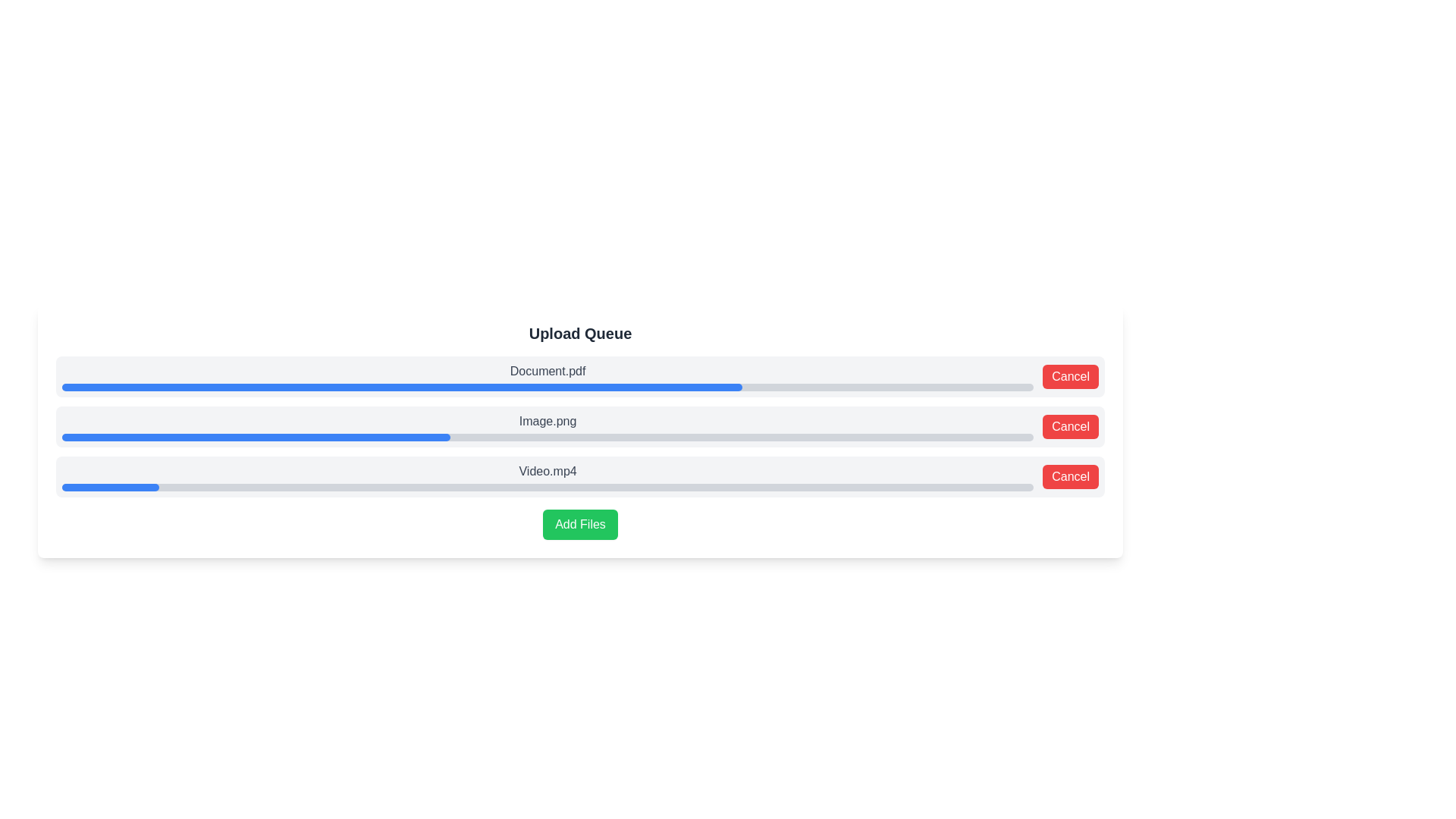 This screenshot has width=1456, height=819. Describe the element at coordinates (579, 523) in the screenshot. I see `the button that allows users to add more files to the upload queue, located at the bottom of the 'Upload Queue' interface` at that location.